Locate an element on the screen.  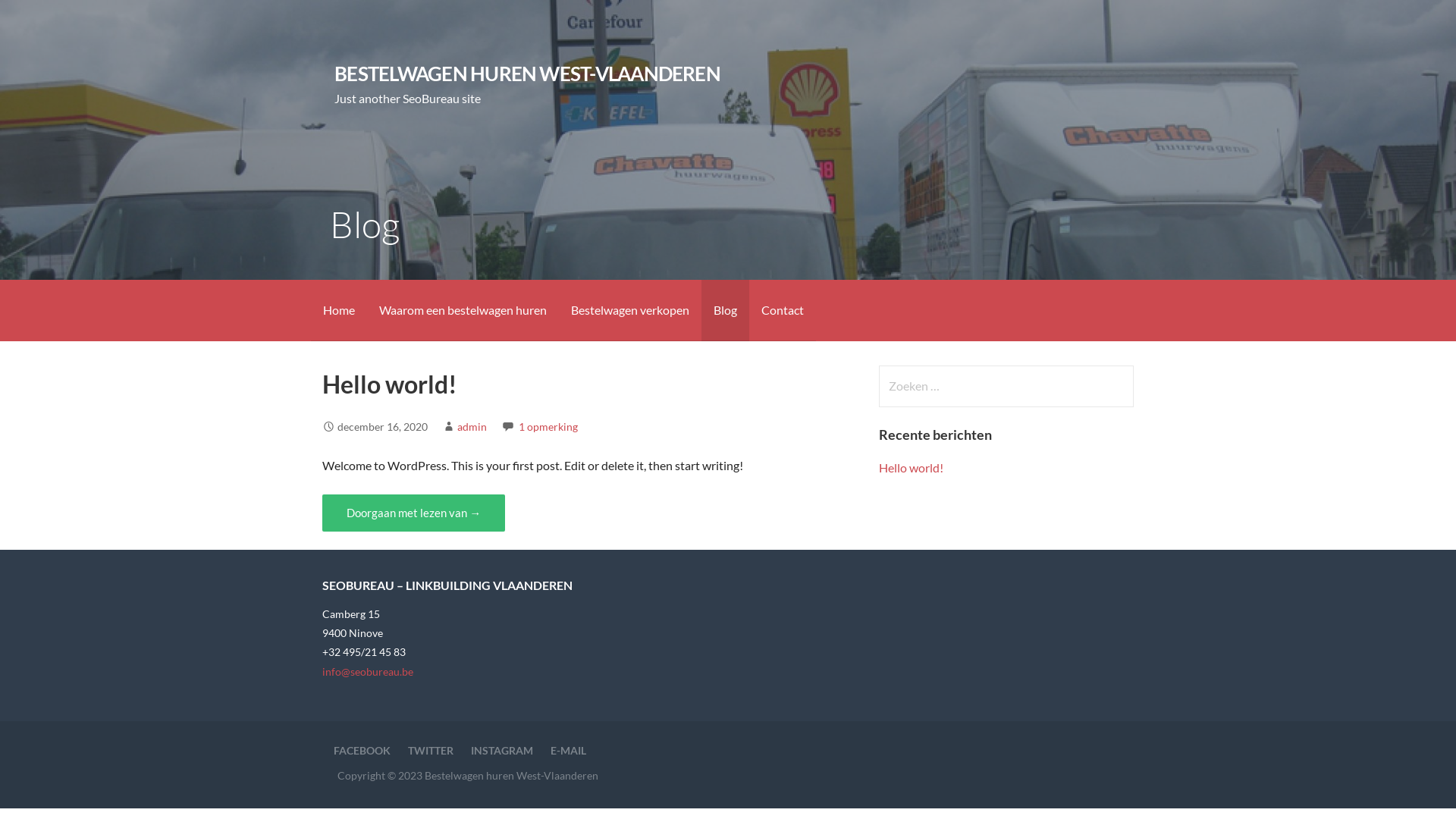
'Home' is located at coordinates (337, 309).